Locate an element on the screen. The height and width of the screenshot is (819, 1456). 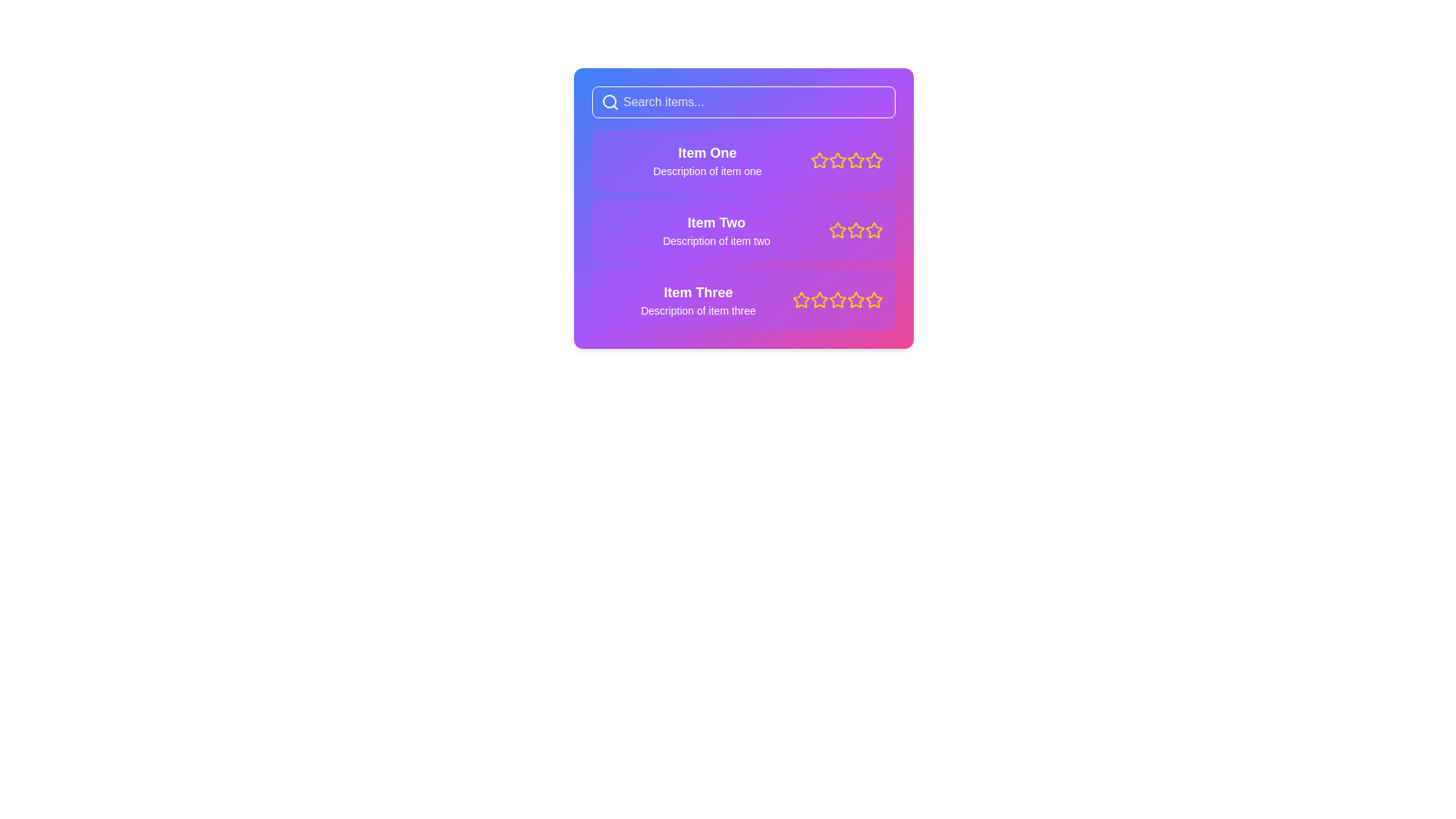
the first list item with a purple background containing the text 'Item One' and five yellow star icons for rating is located at coordinates (743, 161).